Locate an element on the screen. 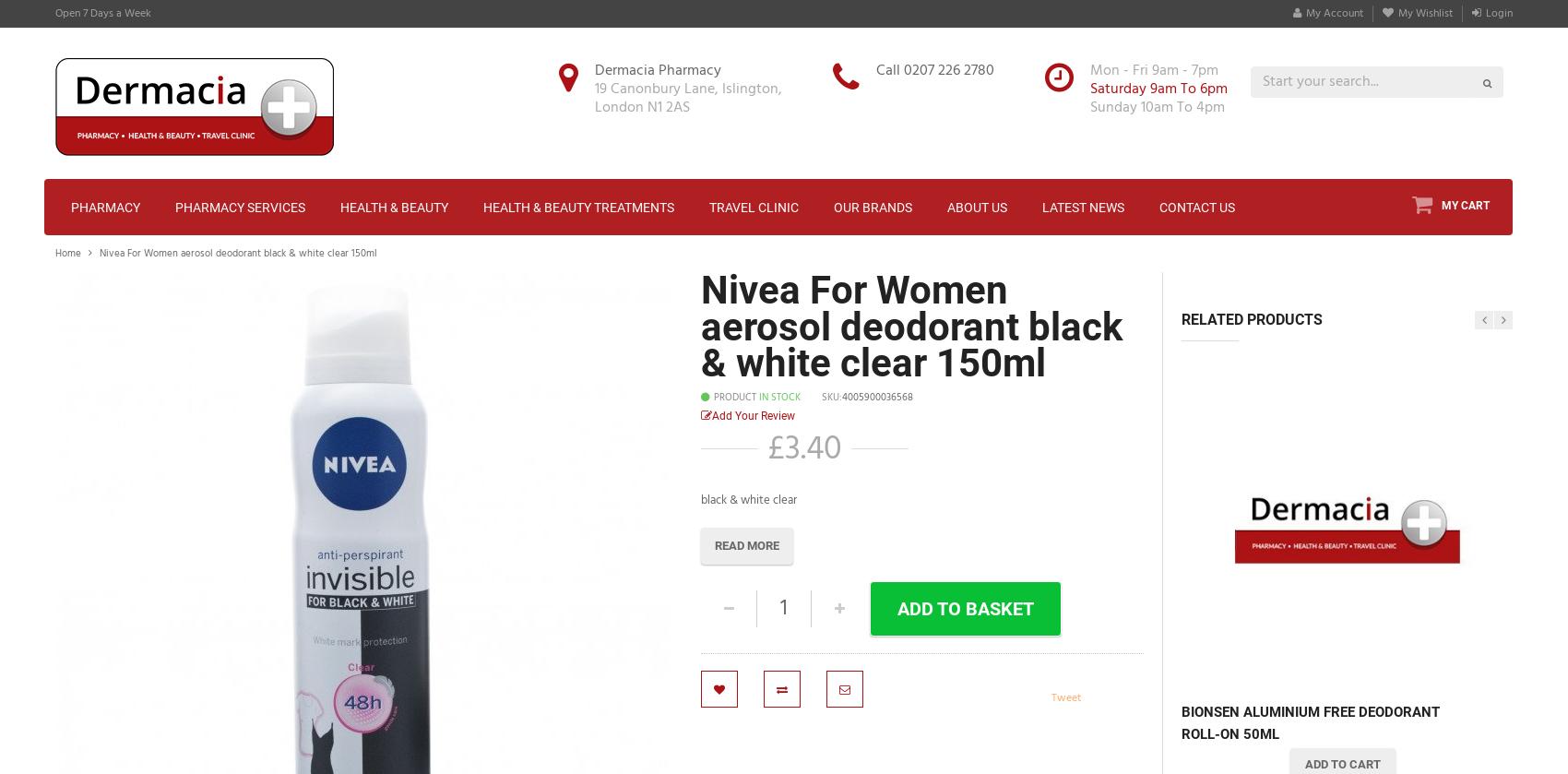  'Pharmacy Services' is located at coordinates (240, 207).